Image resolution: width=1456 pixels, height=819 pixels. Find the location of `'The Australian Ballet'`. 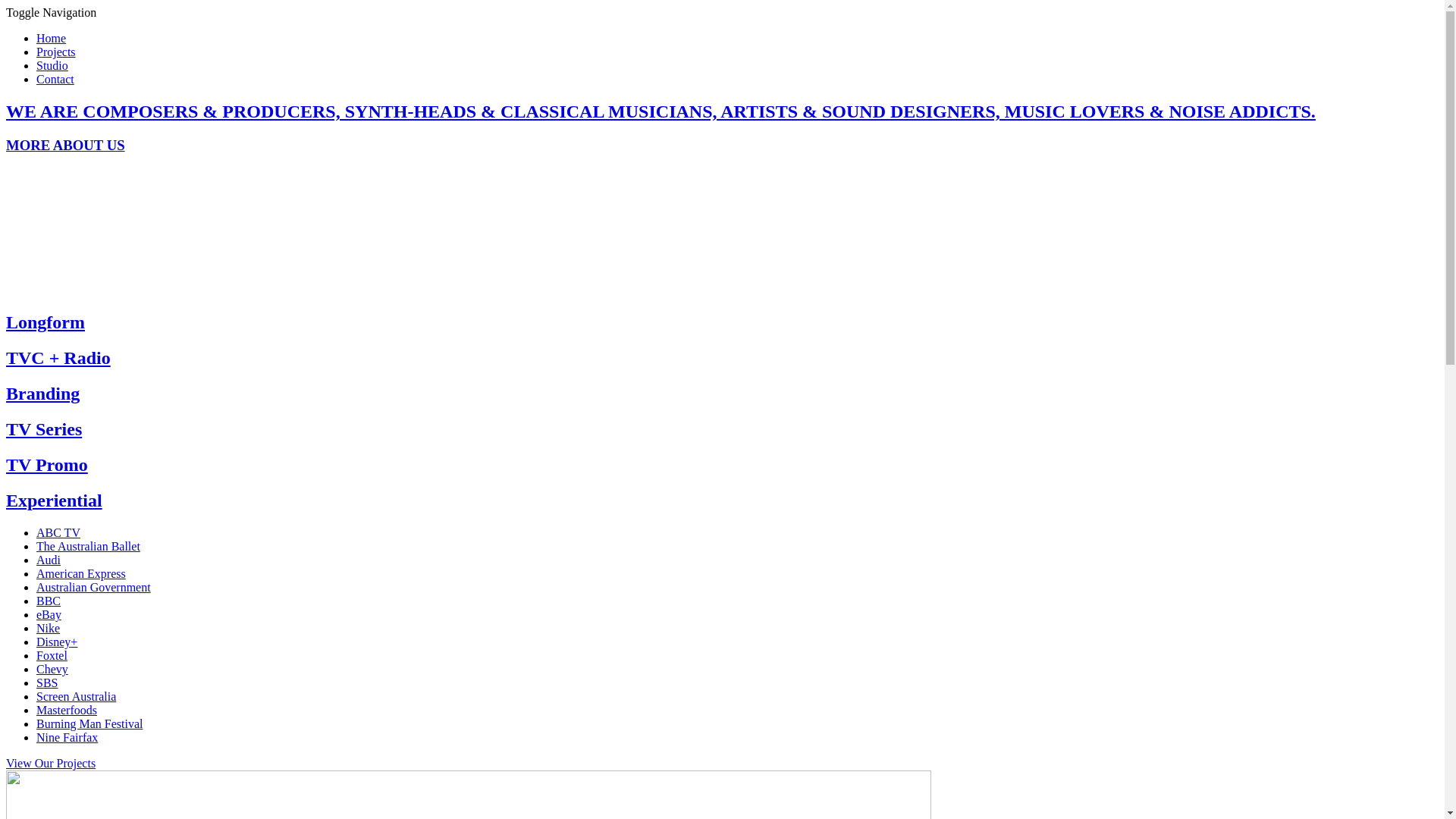

'The Australian Ballet' is located at coordinates (87, 546).